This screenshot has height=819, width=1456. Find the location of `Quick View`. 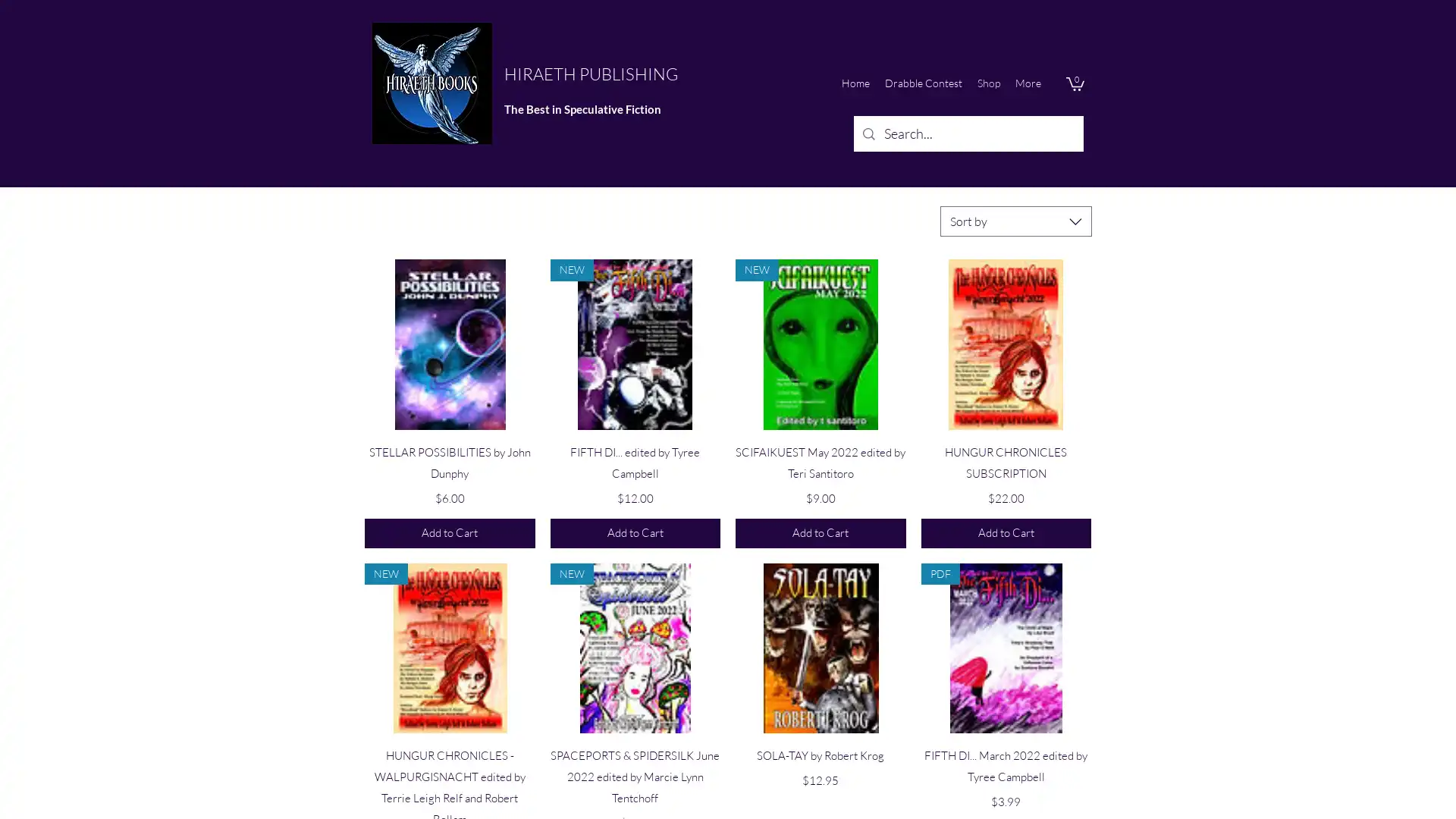

Quick View is located at coordinates (635, 752).